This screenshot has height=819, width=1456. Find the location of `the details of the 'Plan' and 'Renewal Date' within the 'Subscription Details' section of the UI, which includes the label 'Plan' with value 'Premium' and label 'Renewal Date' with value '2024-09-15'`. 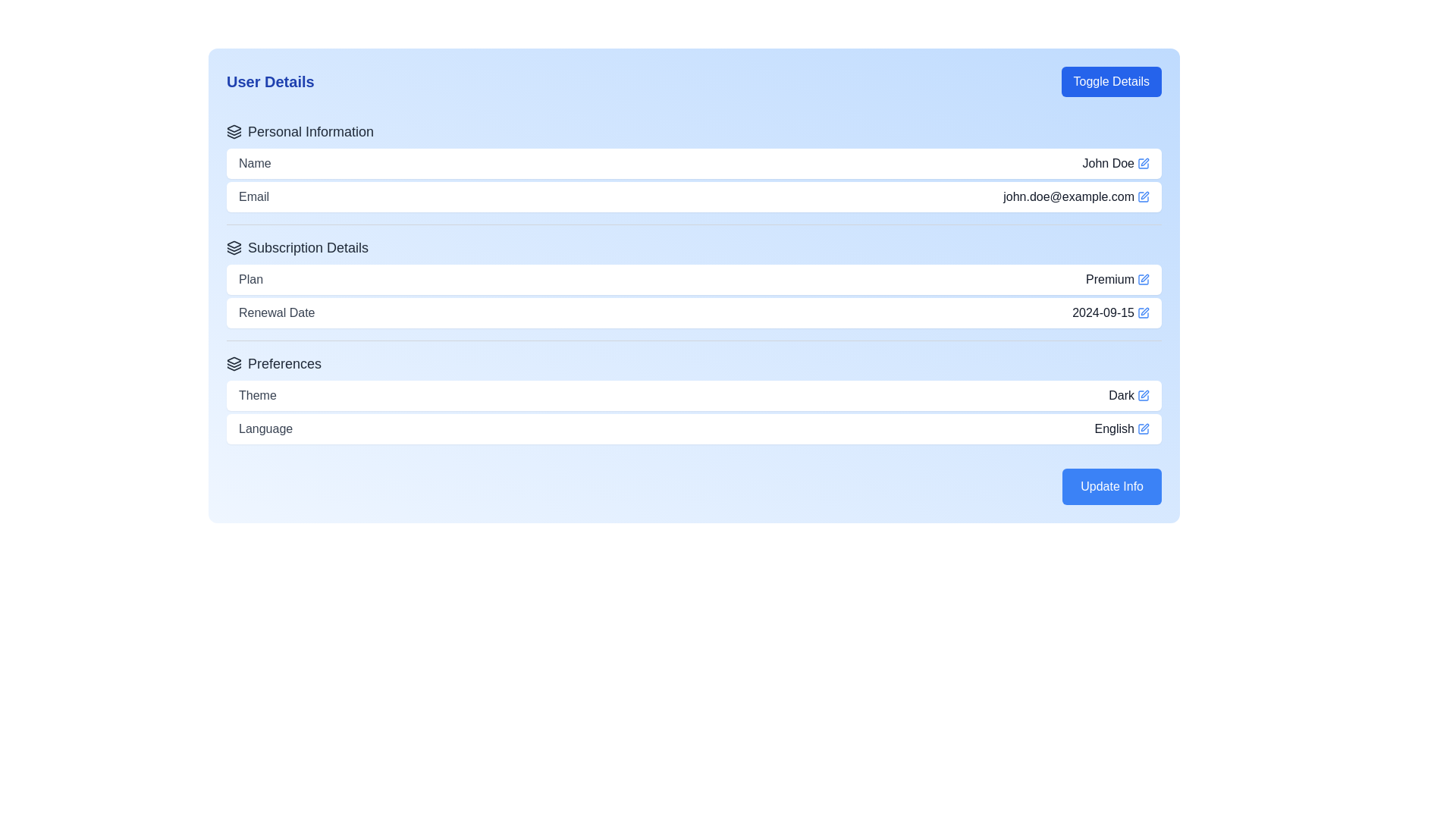

the details of the 'Plan' and 'Renewal Date' within the 'Subscription Details' section of the UI, which includes the label 'Plan' with value 'Premium' and label 'Renewal Date' with value '2024-09-15' is located at coordinates (693, 296).